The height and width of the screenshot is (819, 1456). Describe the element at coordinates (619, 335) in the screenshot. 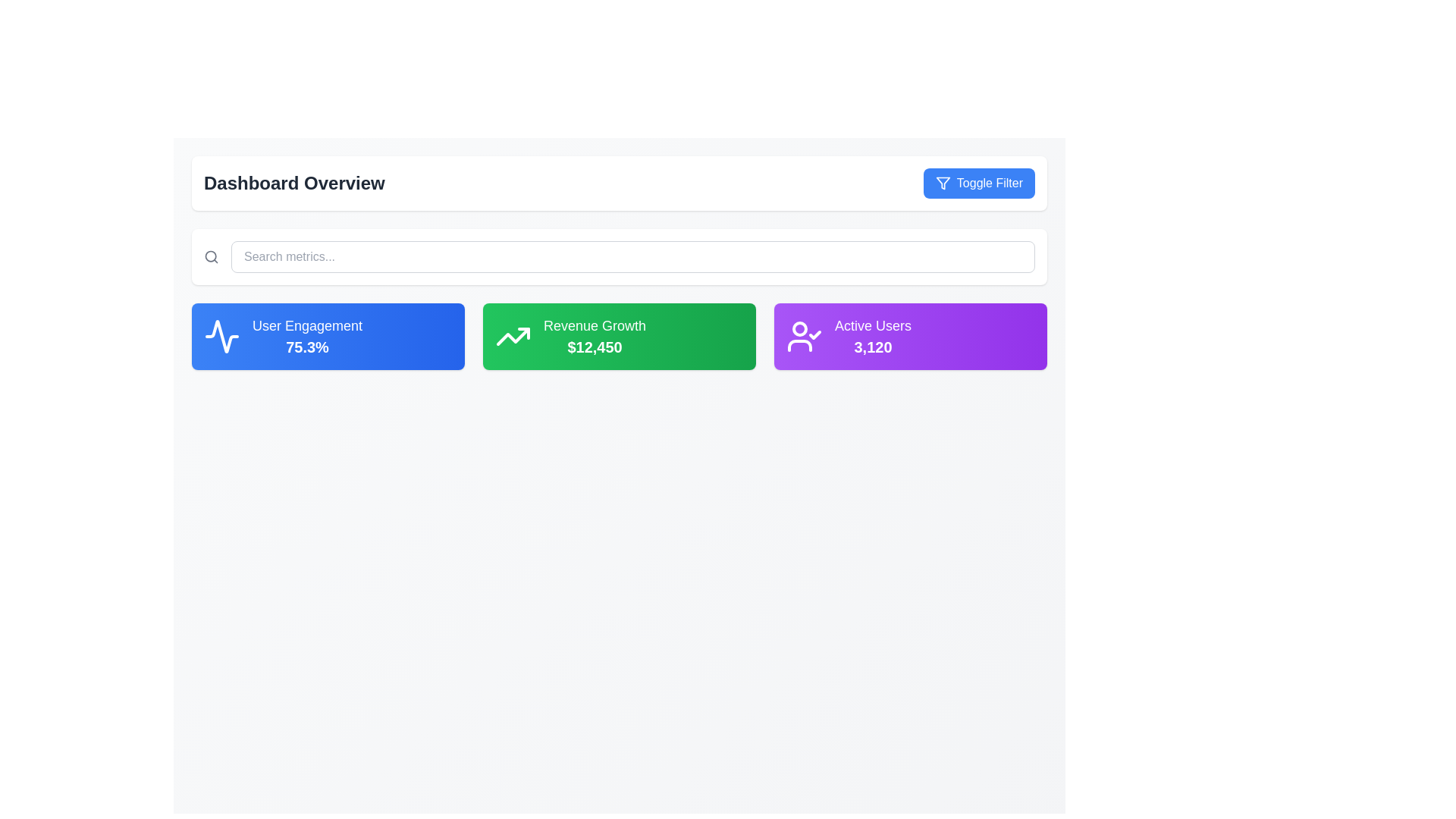

I see `the second information display card showing 'Revenue Growth' with the current value '$12,450', positioned between the 'User Engagement' and 'Active Users' cards in the 'Dashboard Overview' section` at that location.